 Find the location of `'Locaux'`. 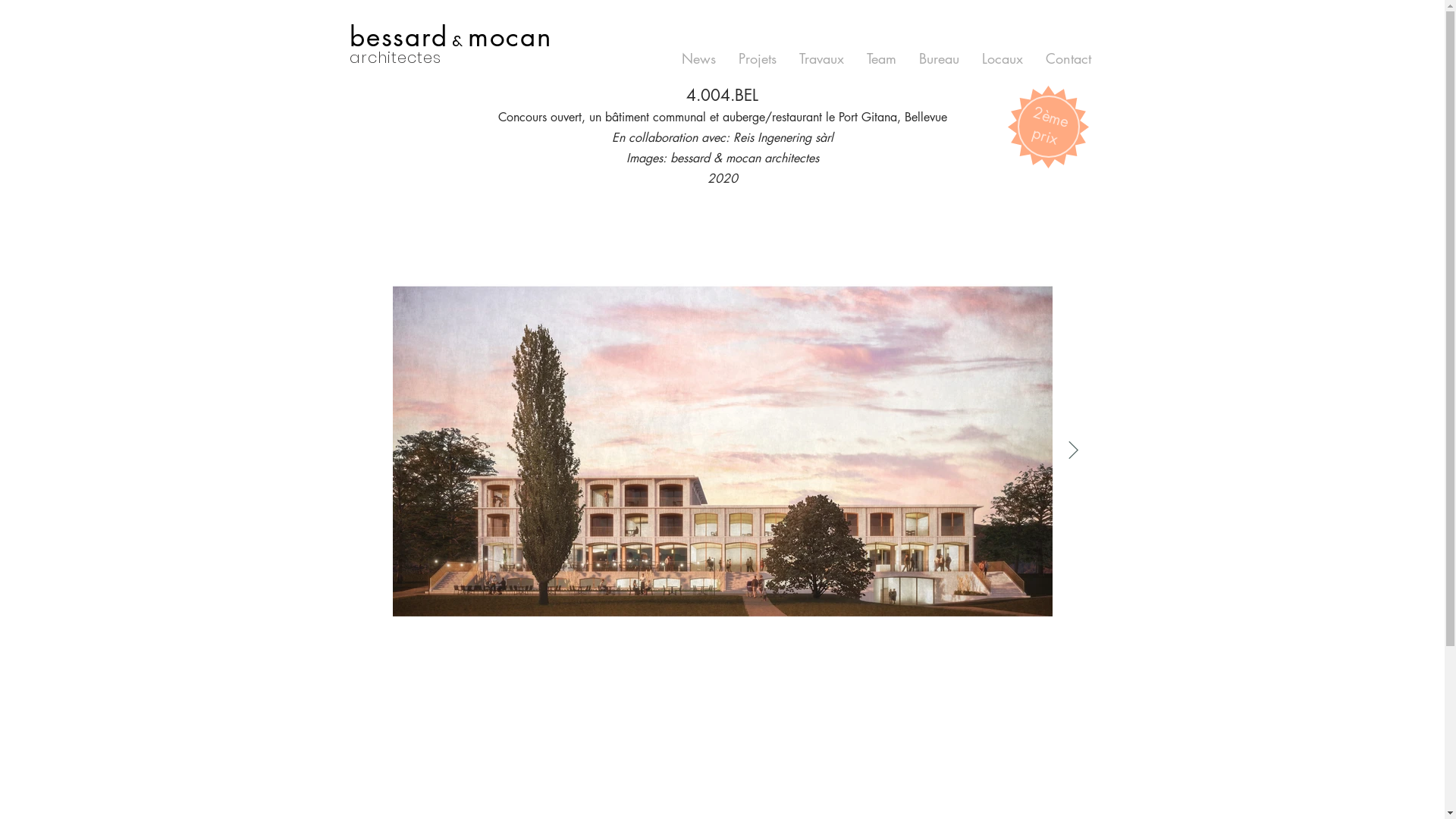

'Locaux' is located at coordinates (1002, 58).